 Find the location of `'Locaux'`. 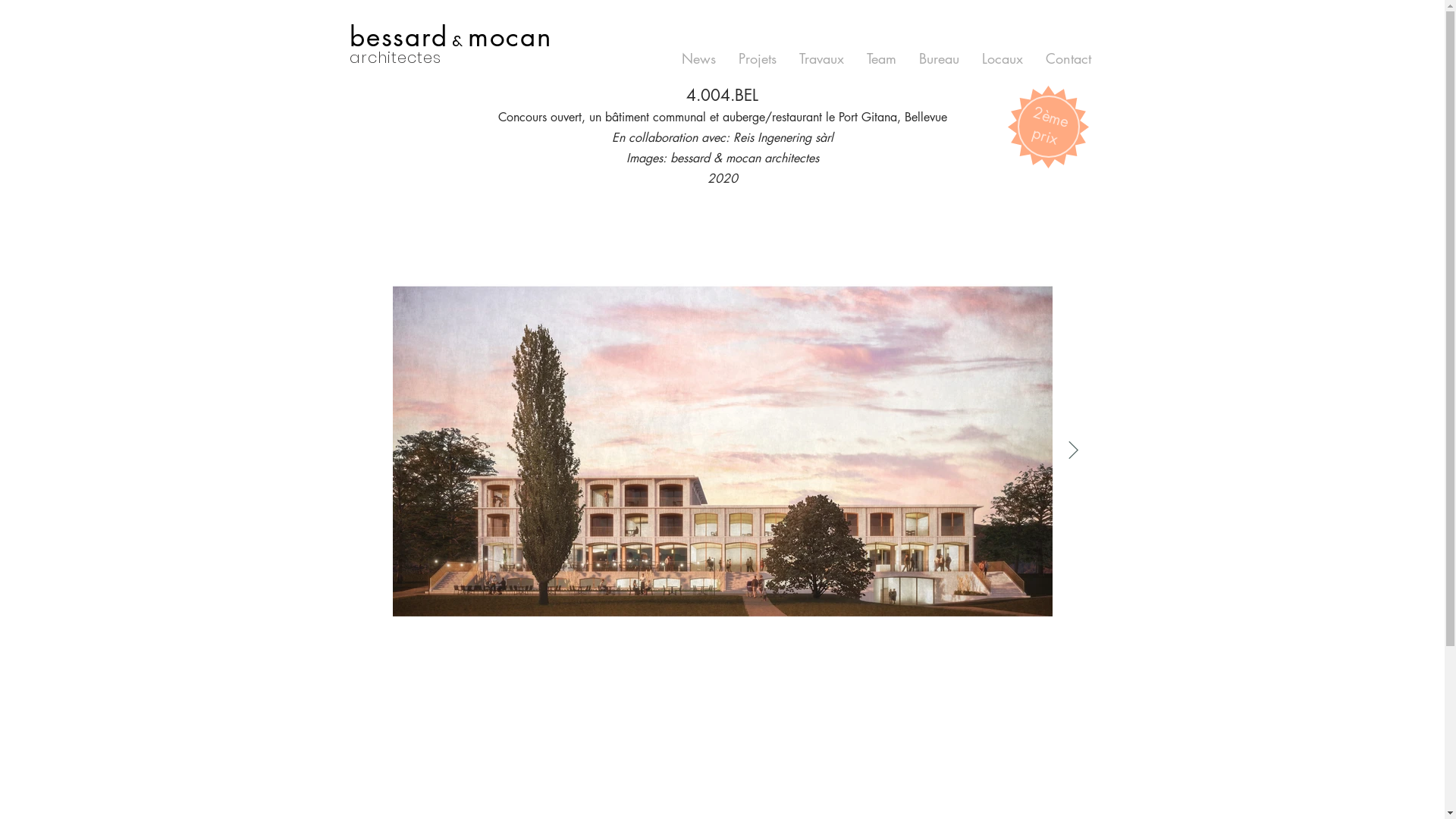

'Locaux' is located at coordinates (1002, 58).